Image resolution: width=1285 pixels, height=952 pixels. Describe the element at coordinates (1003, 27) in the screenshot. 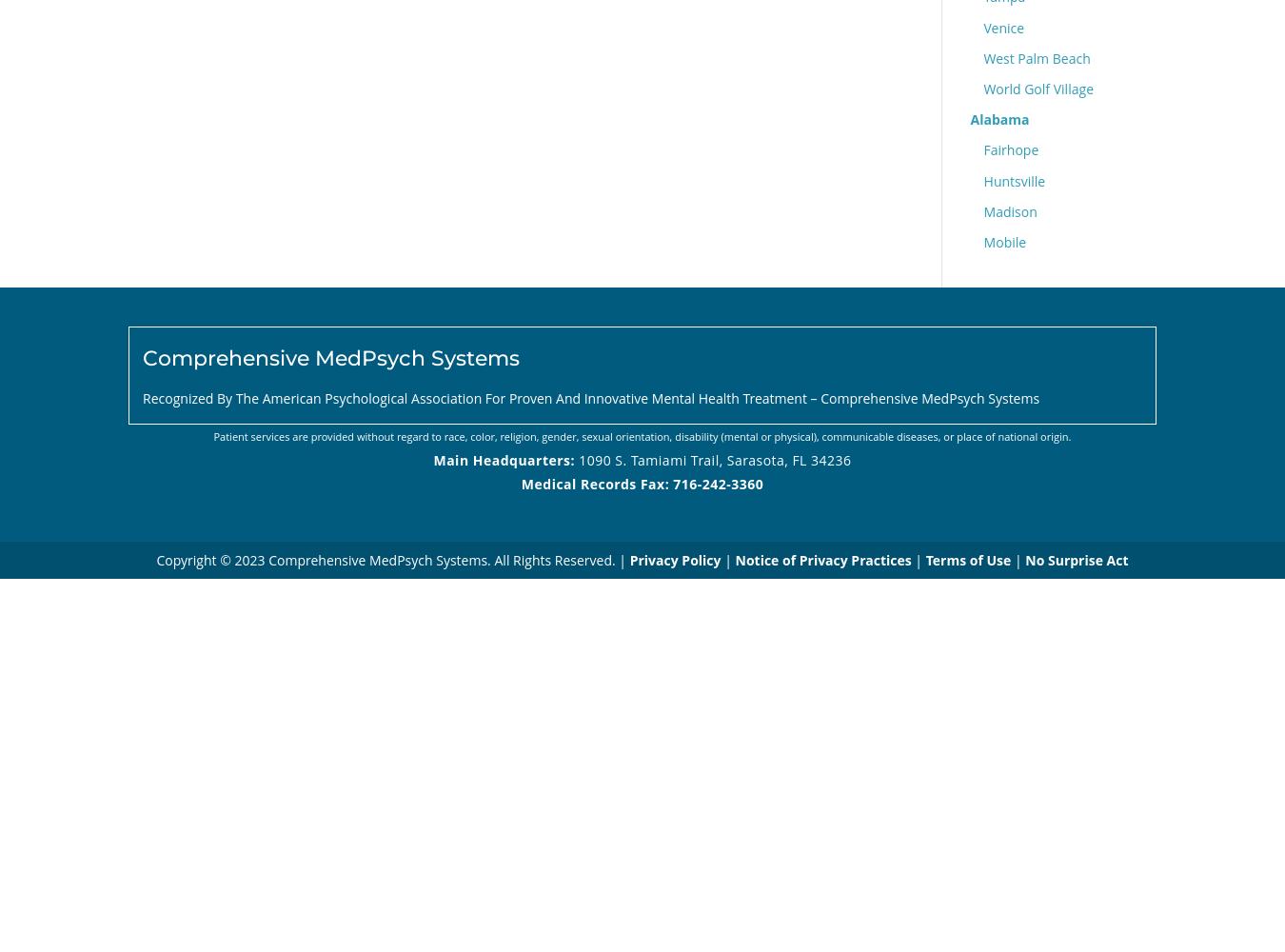

I see `'Venice'` at that location.